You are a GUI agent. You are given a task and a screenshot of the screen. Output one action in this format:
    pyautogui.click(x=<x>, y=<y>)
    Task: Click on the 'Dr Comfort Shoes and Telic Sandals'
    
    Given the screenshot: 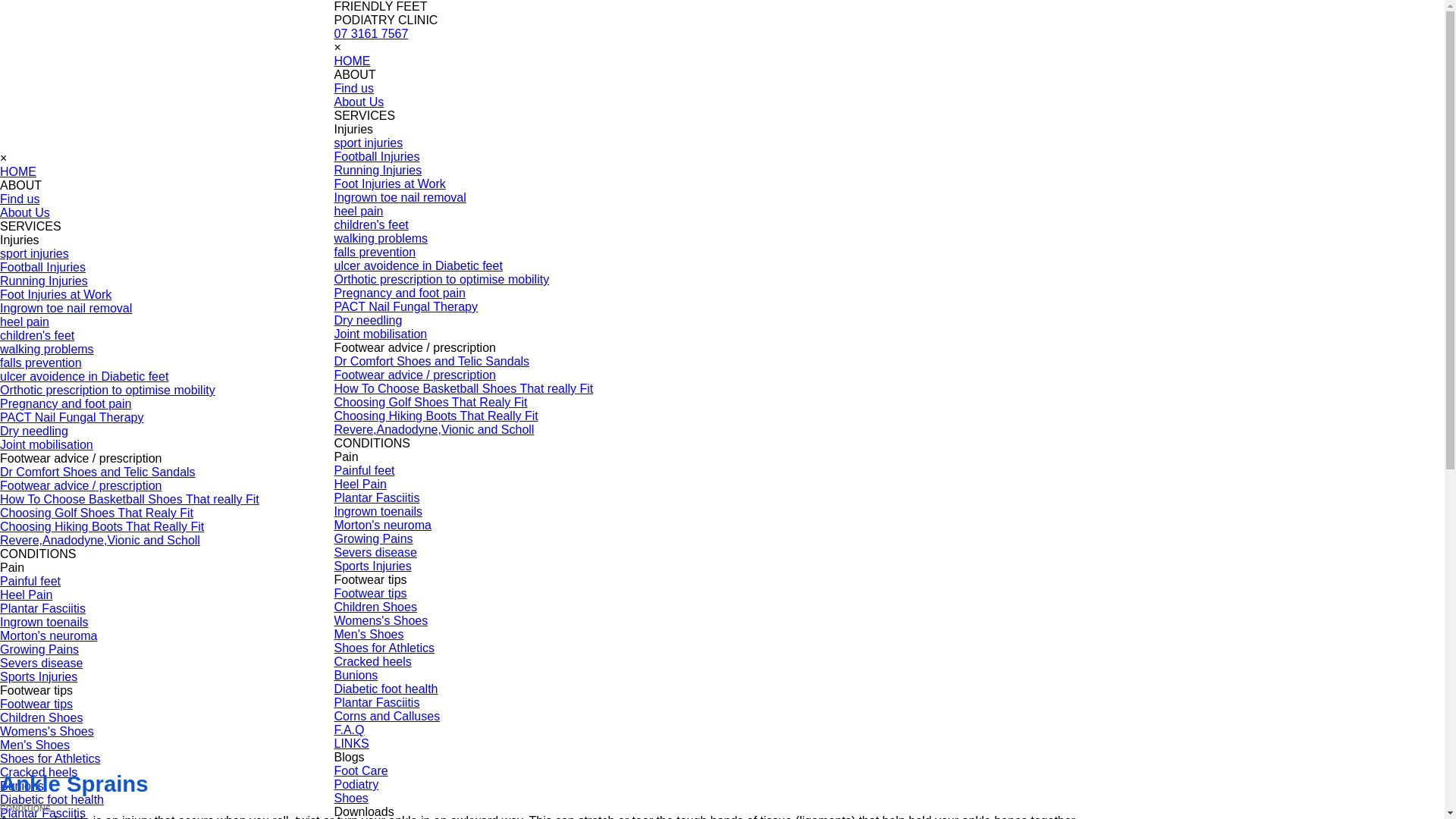 What is the action you would take?
    pyautogui.click(x=97, y=471)
    